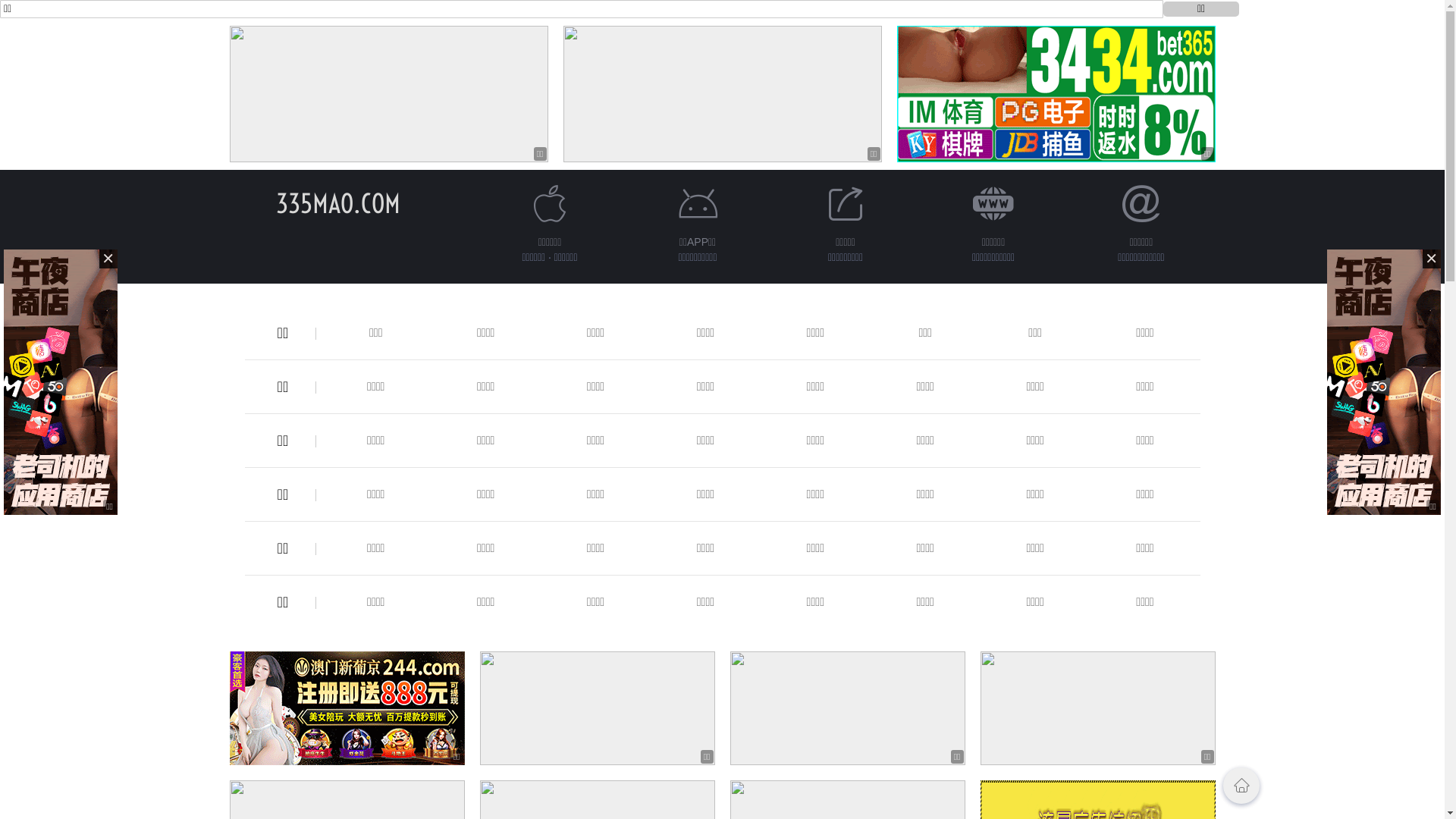 The height and width of the screenshot is (819, 1456). What do you see at coordinates (276, 202) in the screenshot?
I see `'335MAO.COM'` at bounding box center [276, 202].